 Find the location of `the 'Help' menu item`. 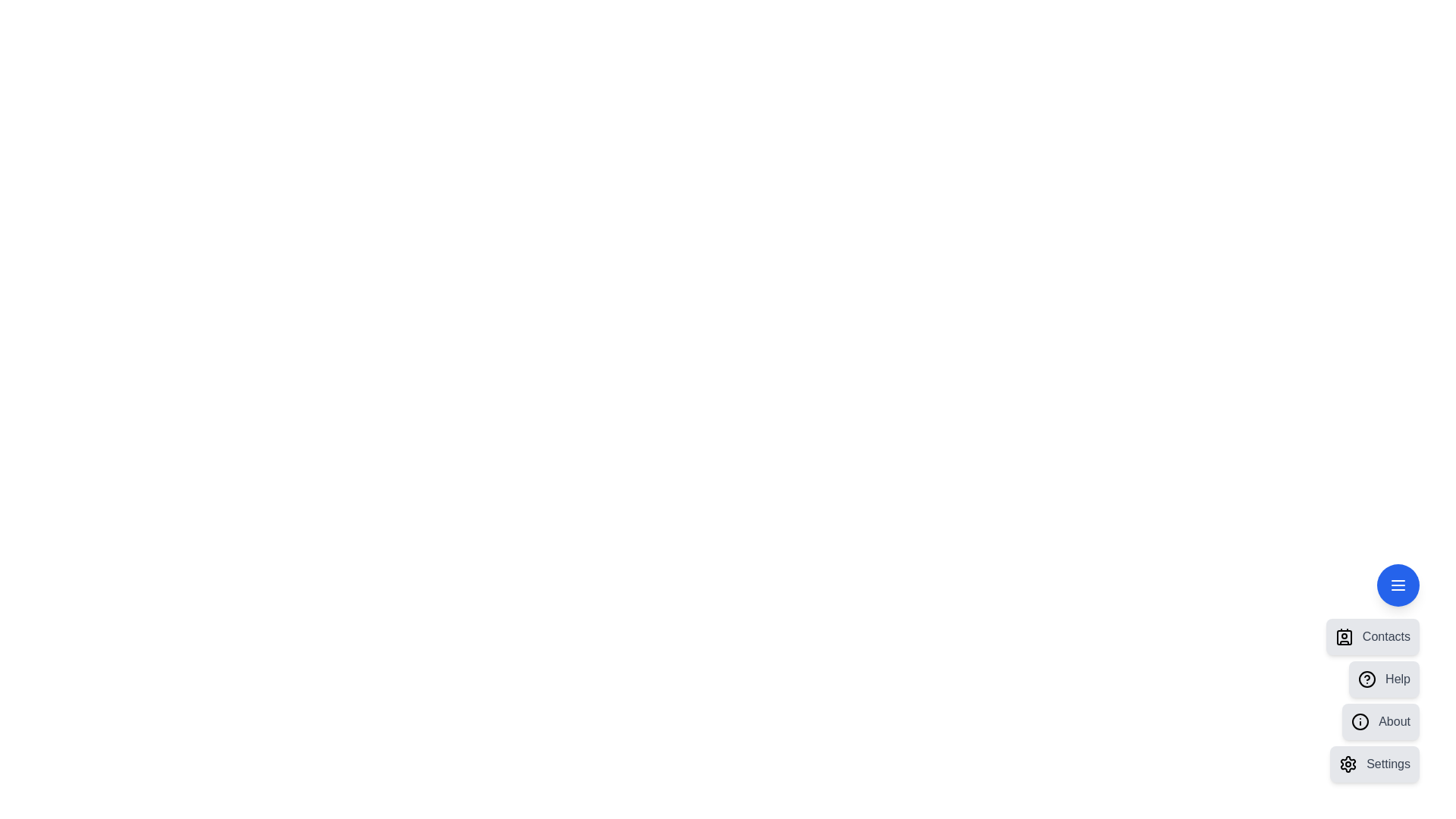

the 'Help' menu item is located at coordinates (1383, 678).